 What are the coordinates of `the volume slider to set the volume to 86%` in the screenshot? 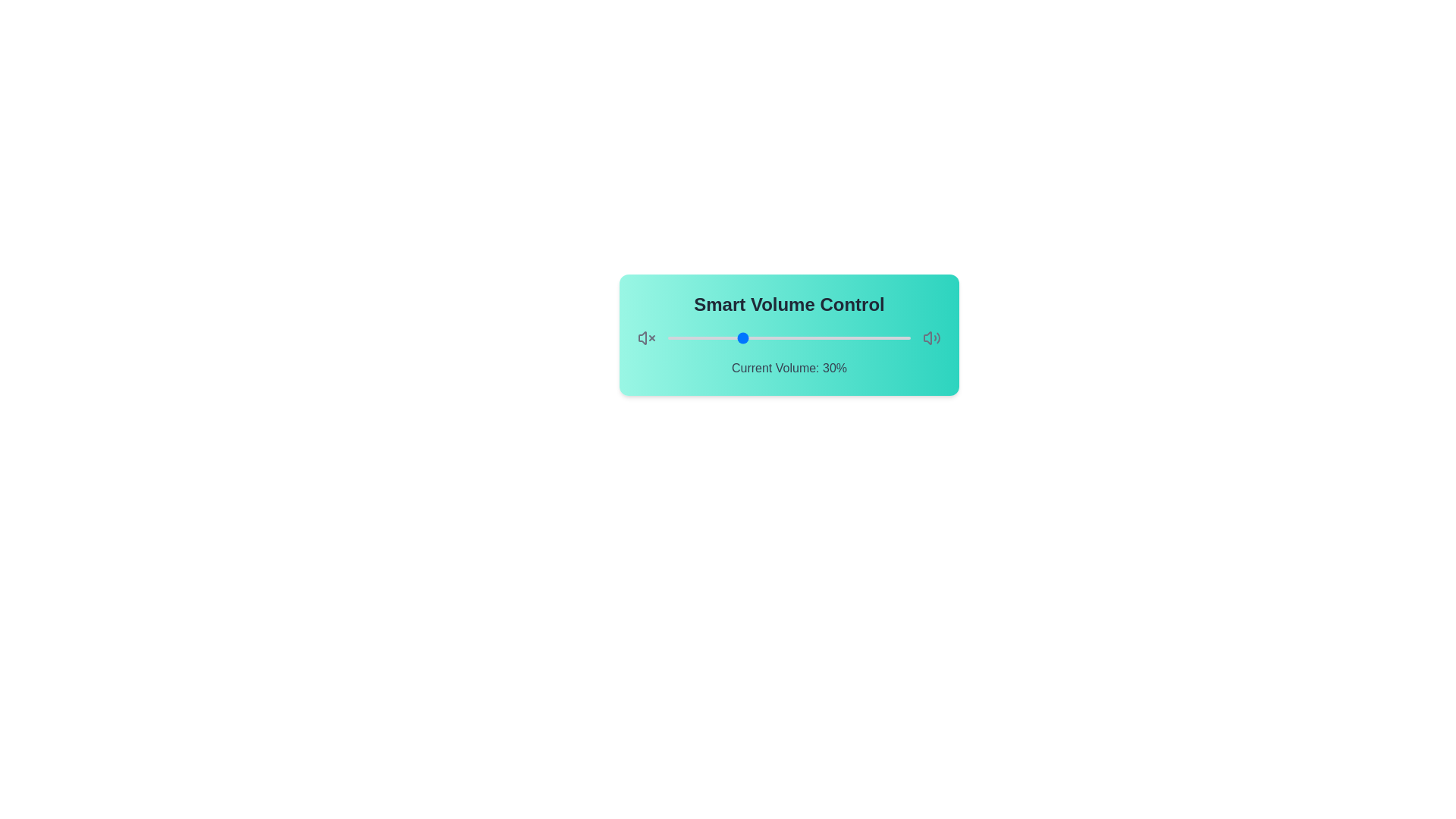 It's located at (877, 337).